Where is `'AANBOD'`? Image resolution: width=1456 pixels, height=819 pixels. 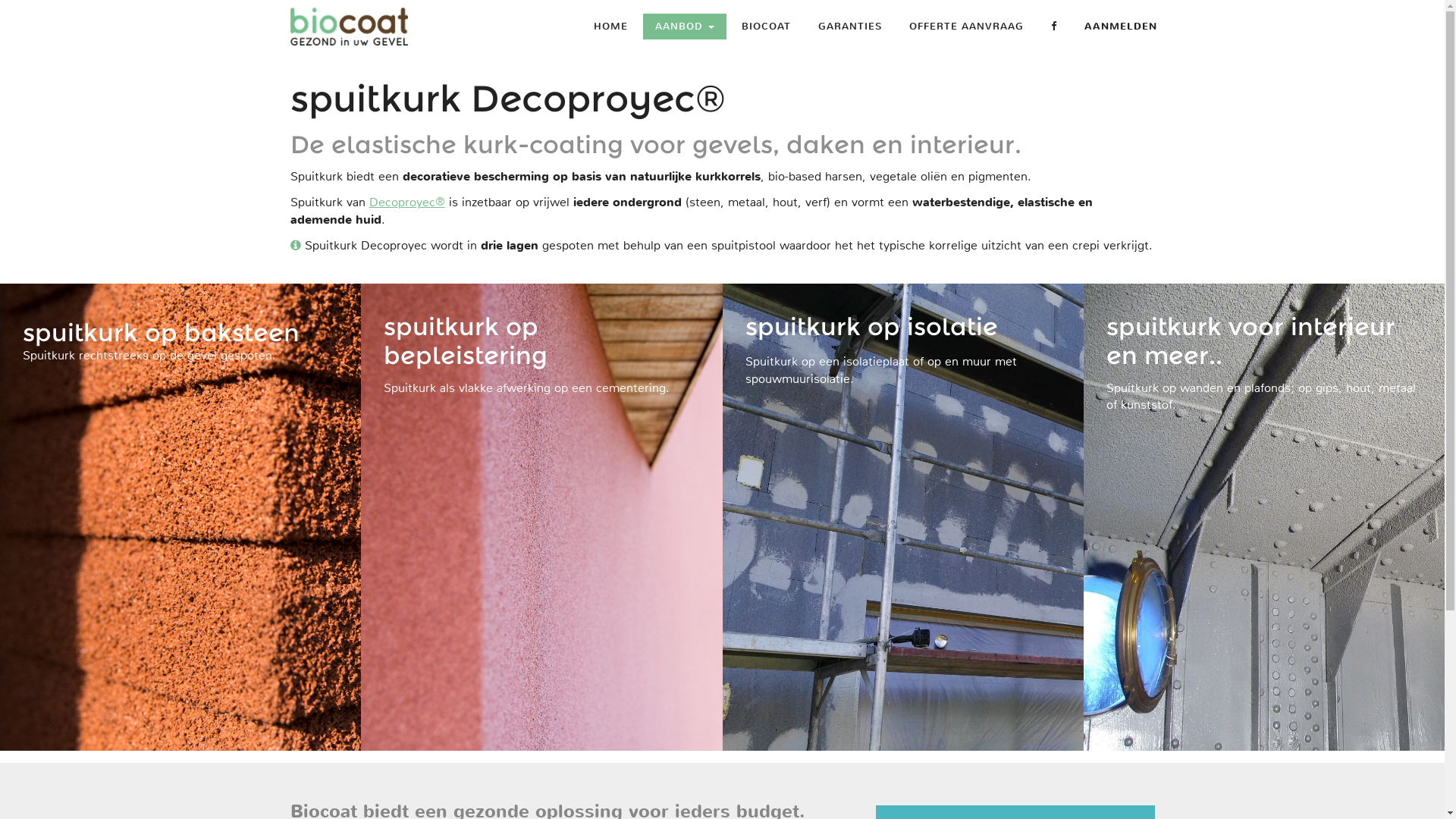
'AANBOD' is located at coordinates (643, 26).